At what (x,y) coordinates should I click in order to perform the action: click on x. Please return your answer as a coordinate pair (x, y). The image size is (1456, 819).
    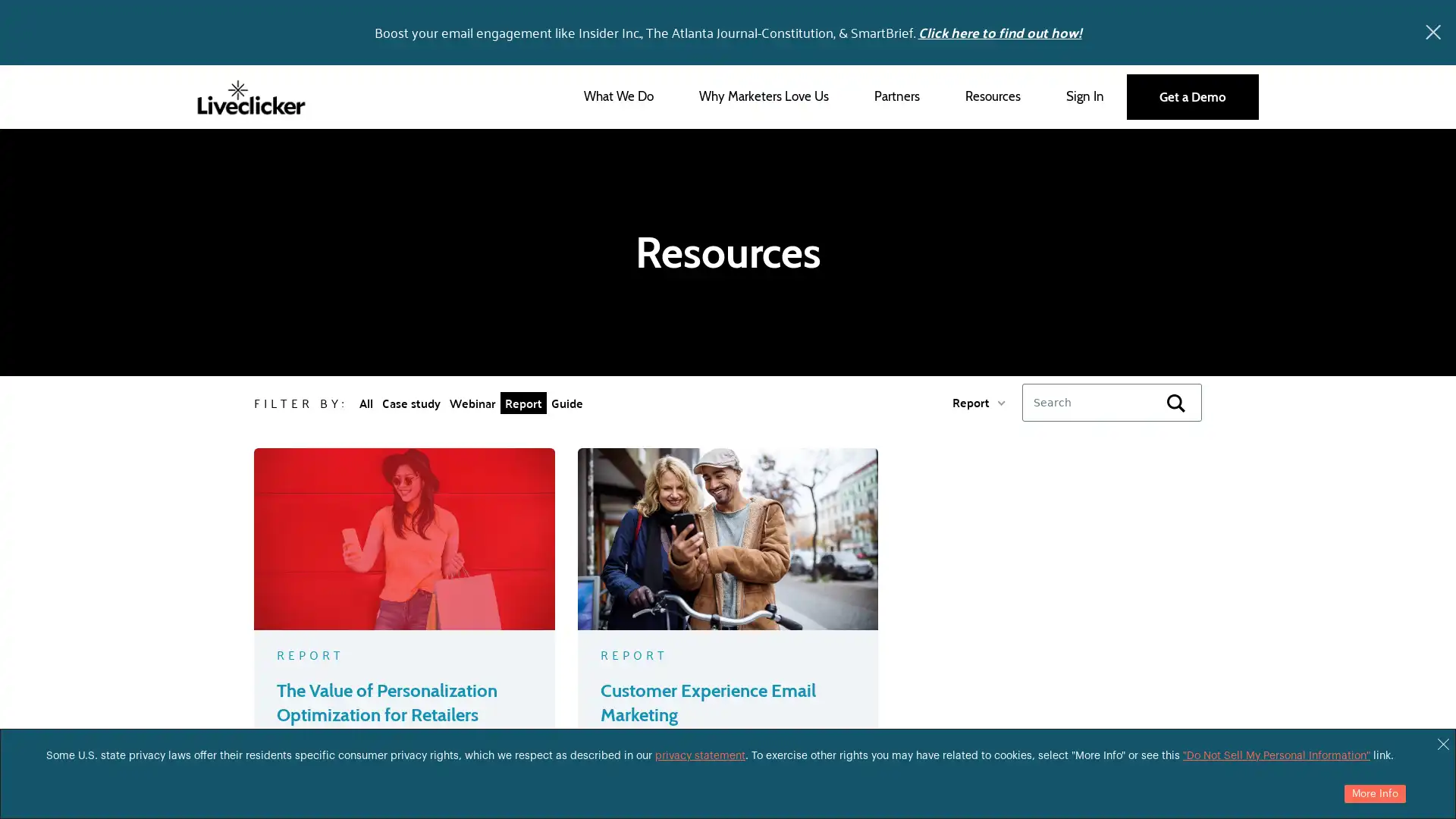
    Looking at the image, I should click on (1432, 32).